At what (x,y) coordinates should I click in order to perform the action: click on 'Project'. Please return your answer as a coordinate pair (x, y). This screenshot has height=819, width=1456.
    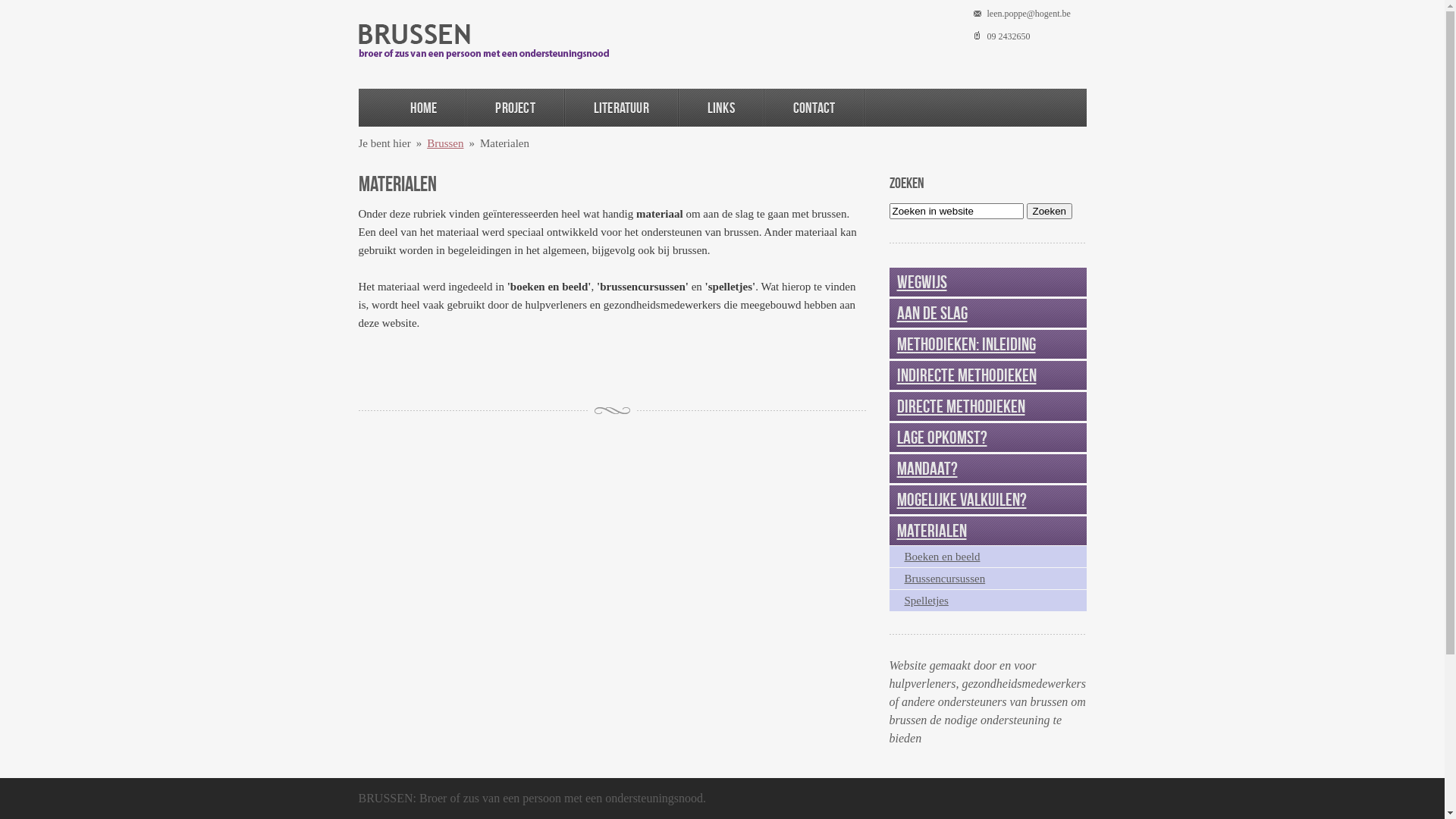
    Looking at the image, I should click on (514, 107).